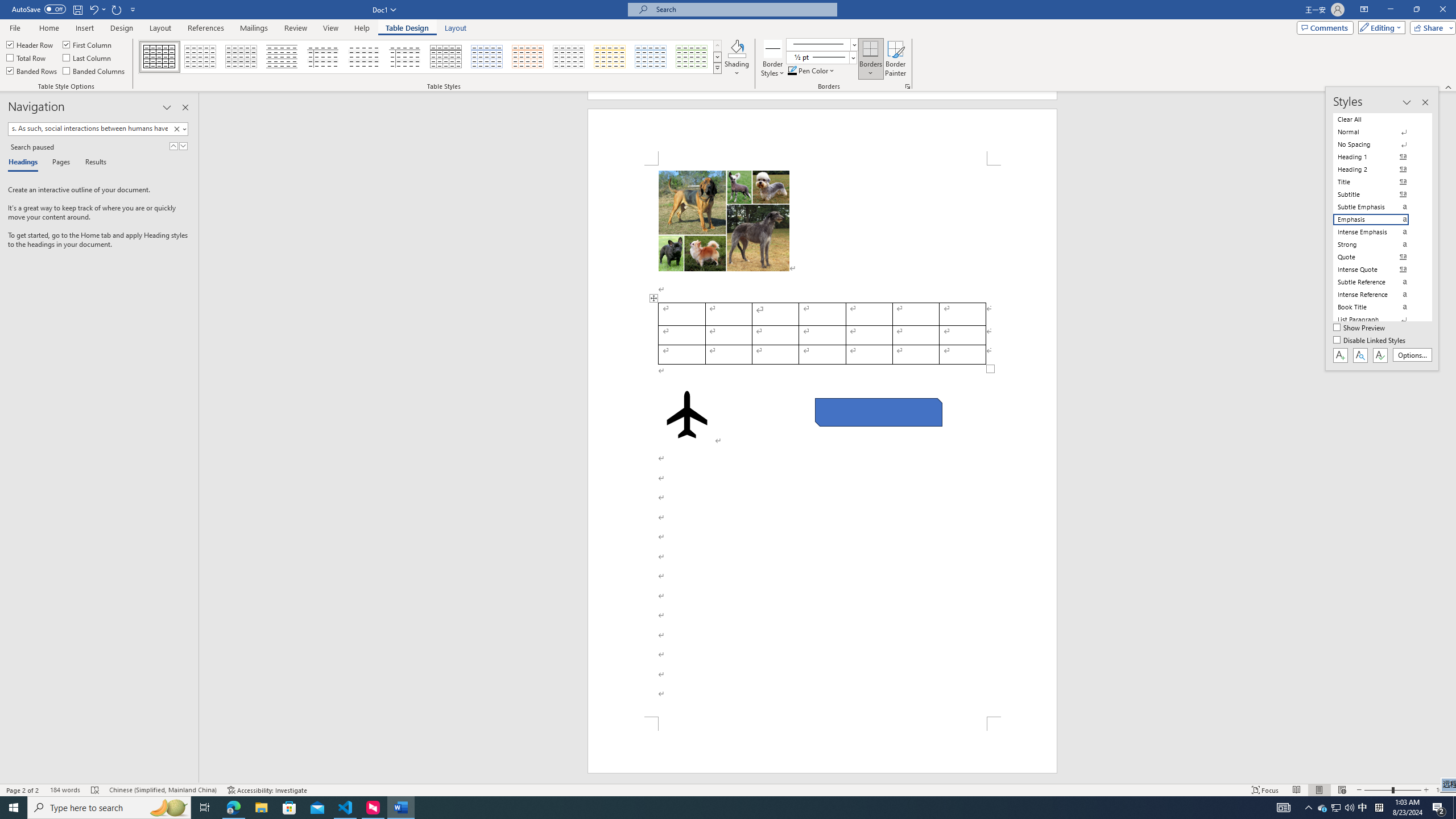 Image resolution: width=1456 pixels, height=819 pixels. What do you see at coordinates (26, 56) in the screenshot?
I see `'Total Row'` at bounding box center [26, 56].